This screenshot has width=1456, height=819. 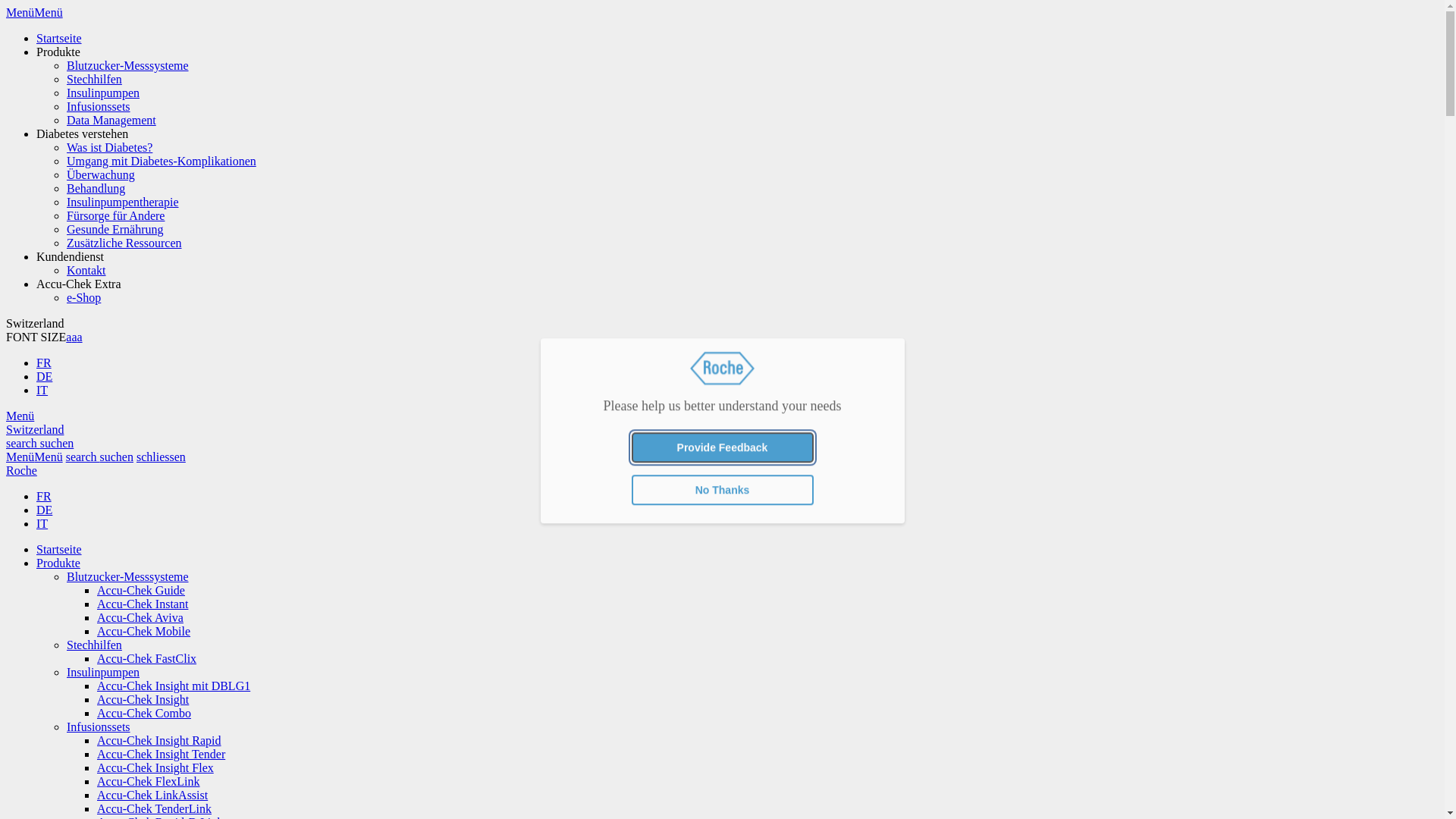 What do you see at coordinates (64, 336) in the screenshot?
I see `'a'` at bounding box center [64, 336].